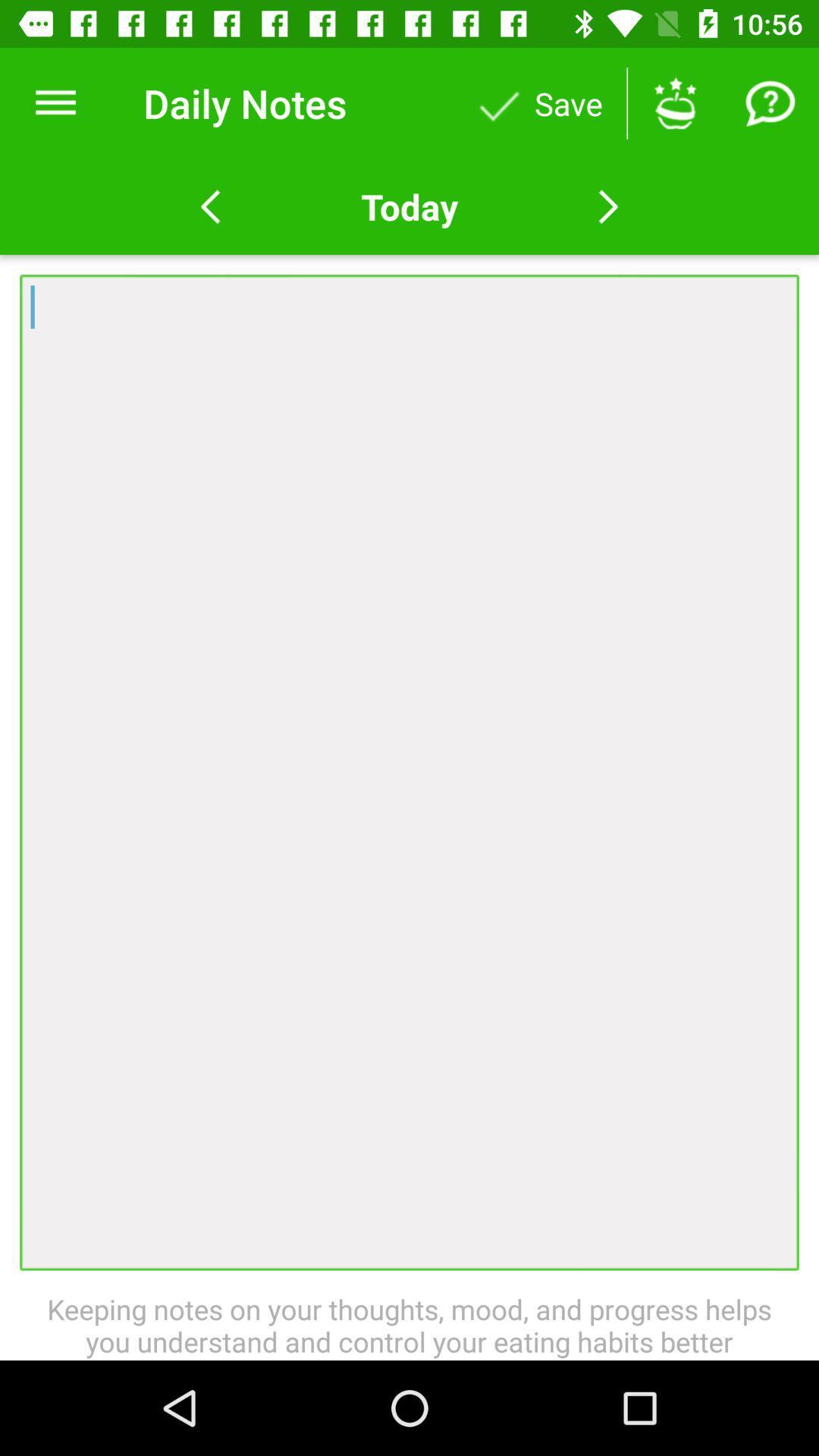 Image resolution: width=819 pixels, height=1456 pixels. What do you see at coordinates (210, 206) in the screenshot?
I see `the arrow_backward icon` at bounding box center [210, 206].